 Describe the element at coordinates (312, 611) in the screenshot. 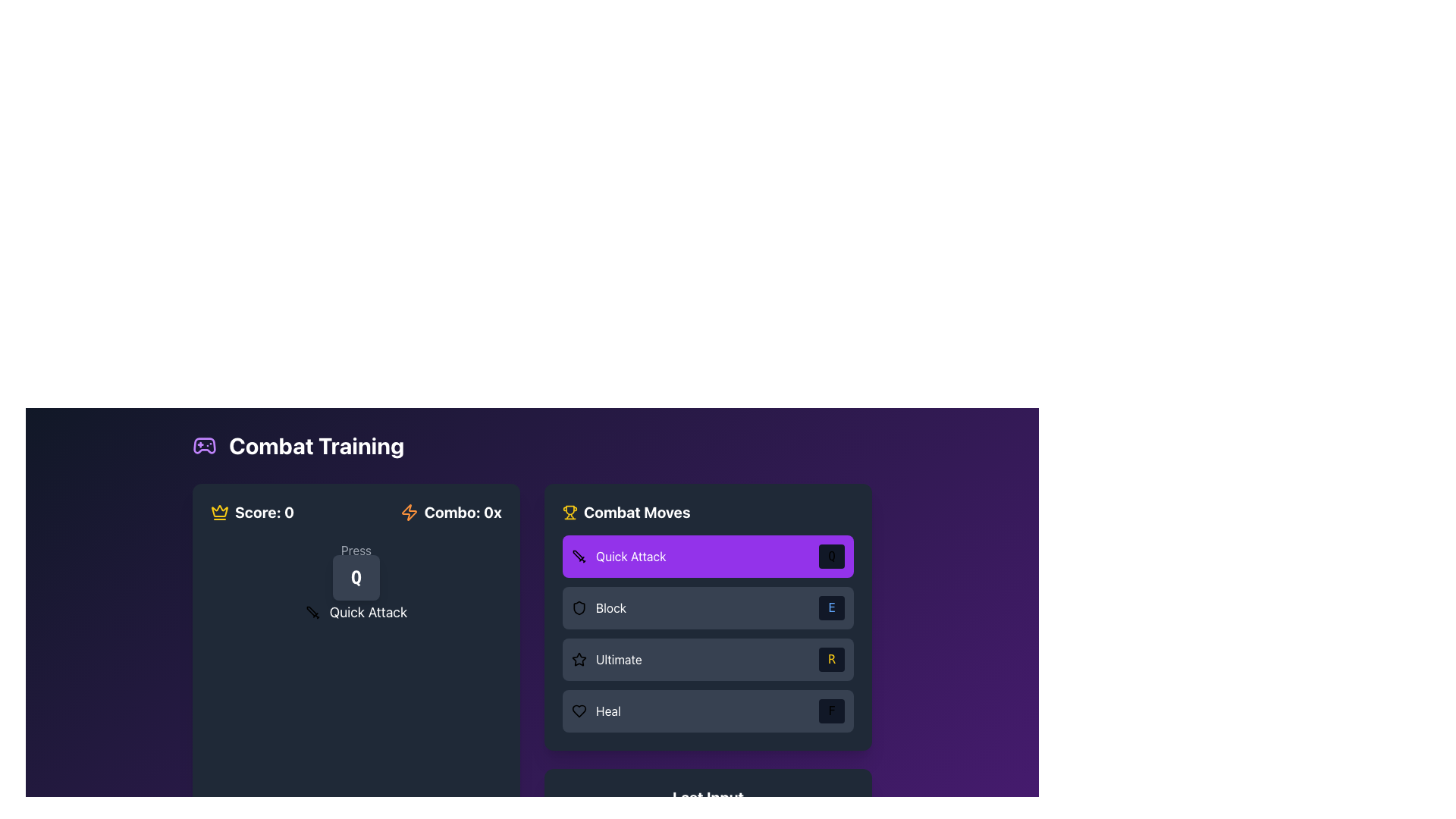

I see `the first icon in the 'Quick Attack' section, which is visually associated with the action labeled 'Quick Attack' and is located in the left-half panel titled 'Combat Training.'` at that location.